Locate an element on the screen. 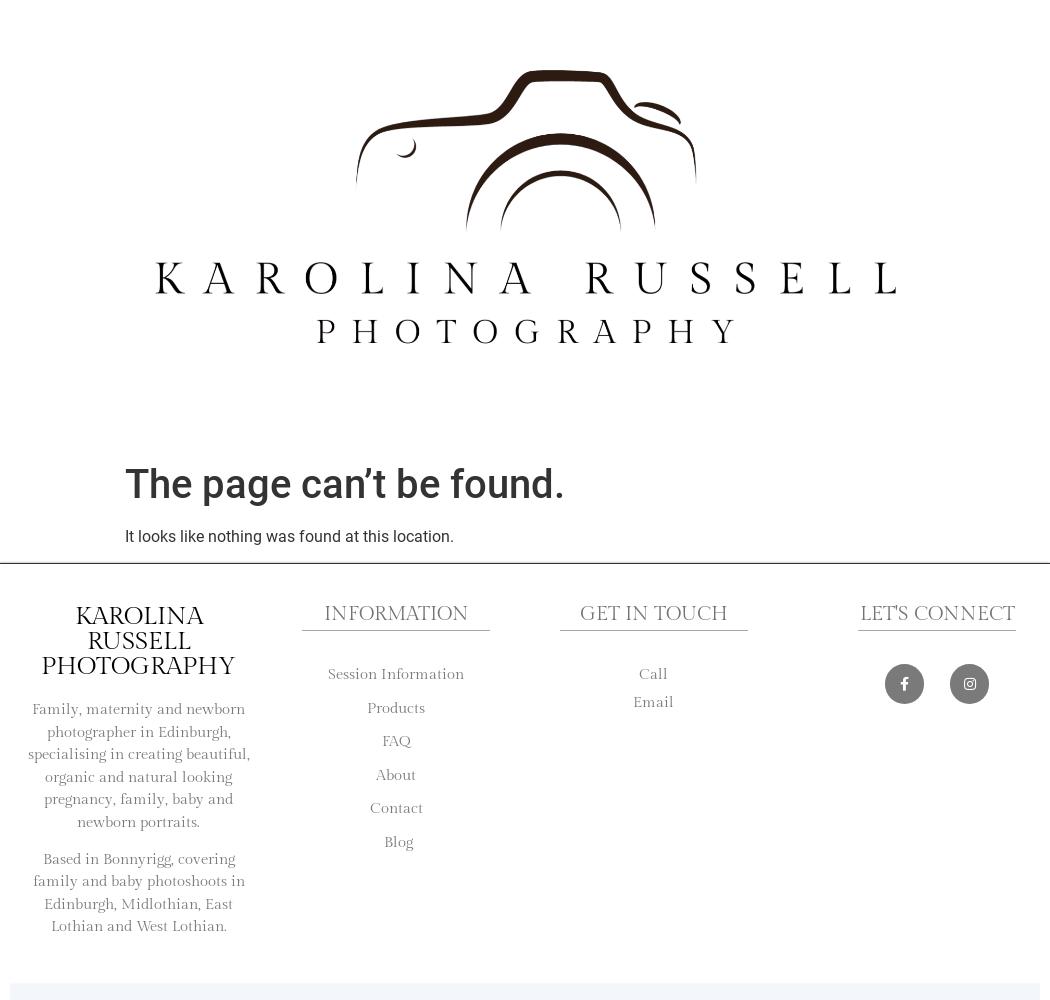 The image size is (1050, 1000). 'Information' is located at coordinates (322, 613).